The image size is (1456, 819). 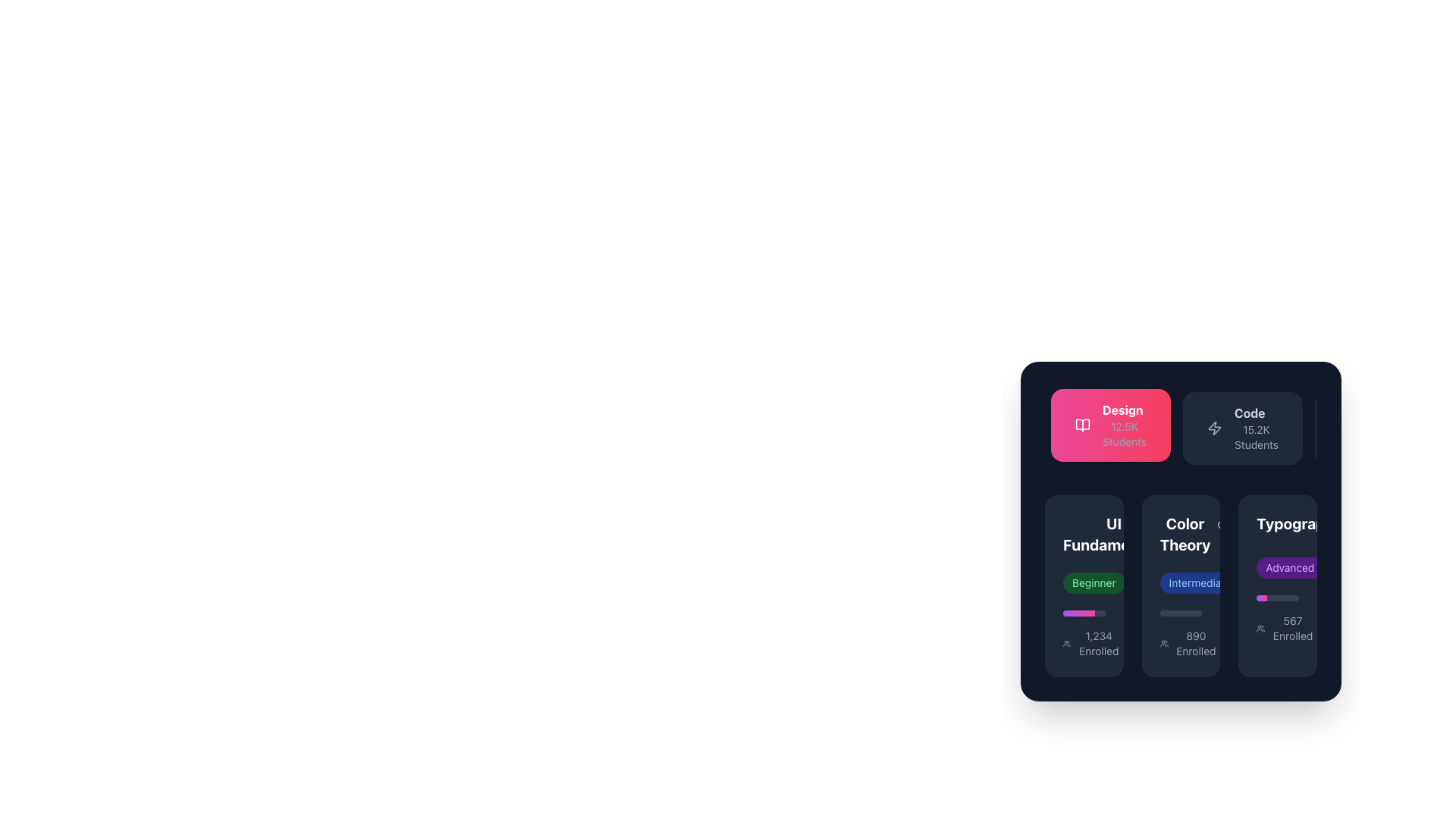 What do you see at coordinates (1178, 526) in the screenshot?
I see `the heart-shaped icon/button to favorite the 'Color Theory' module, which is located near the center of the interface aggregating educational content` at bounding box center [1178, 526].